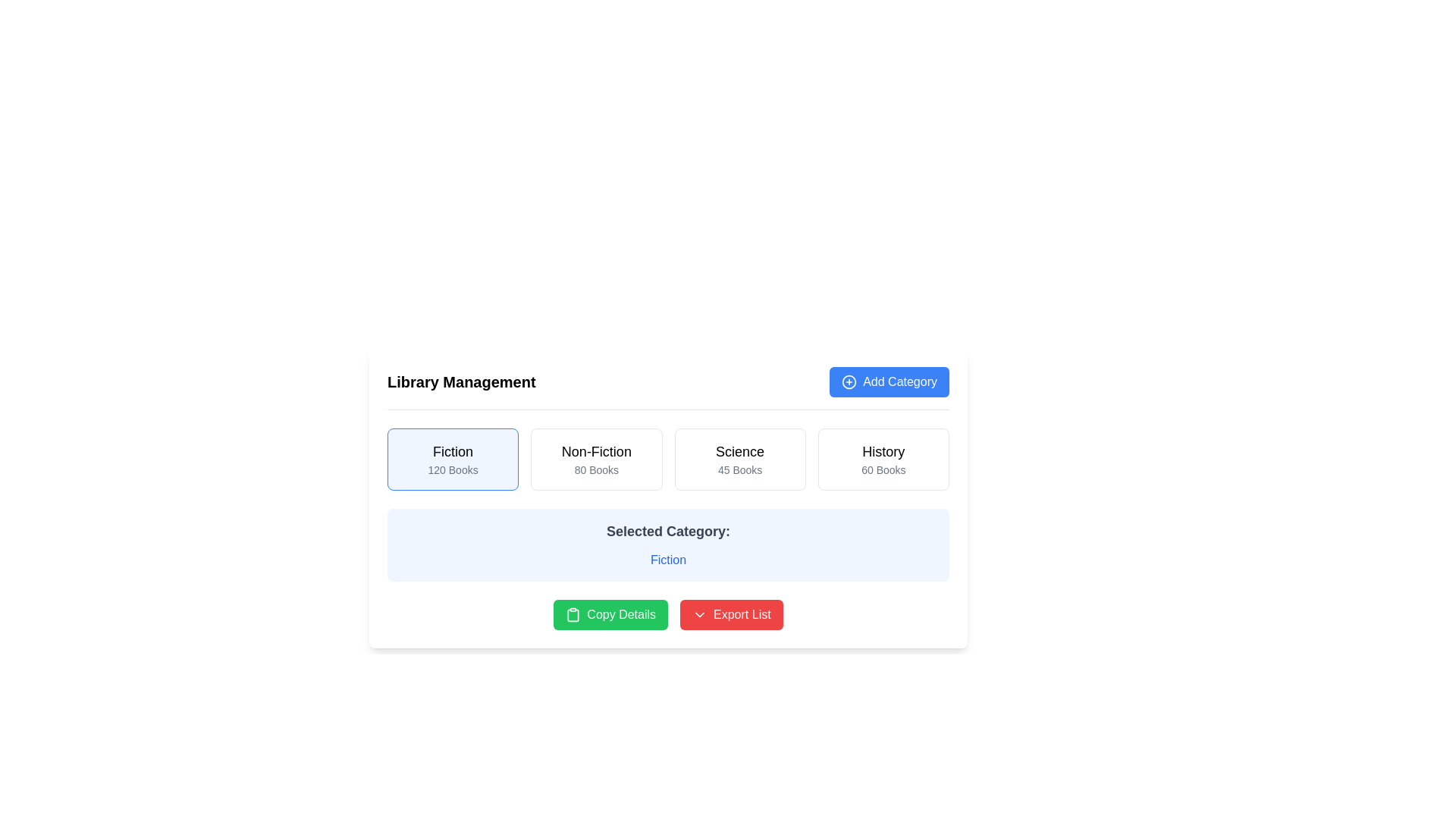 The width and height of the screenshot is (1456, 819). I want to click on the downward-pointing chevron icon located to the left of the 'Export List' text, so click(698, 614).